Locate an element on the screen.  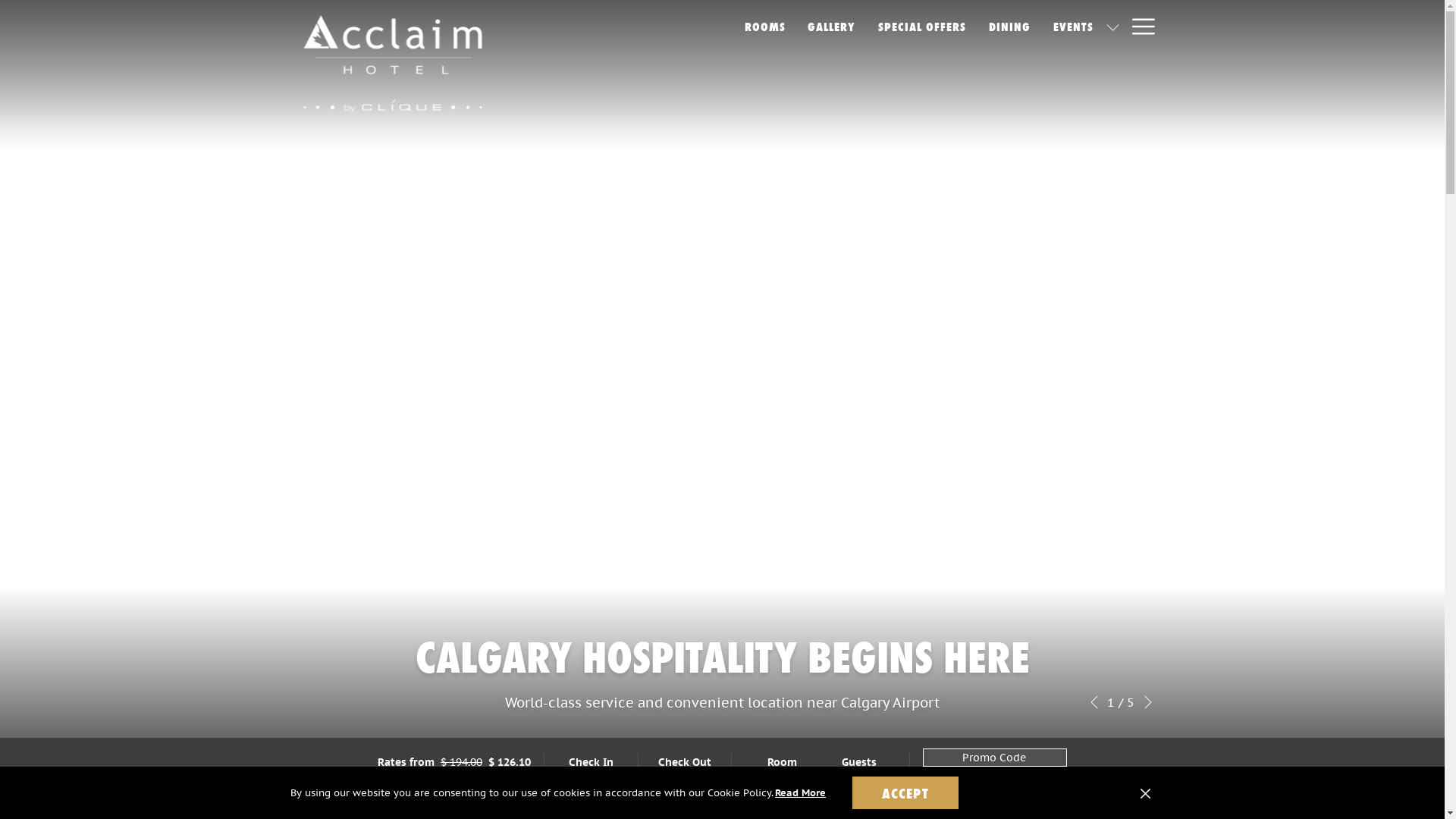
'GALLERY' is located at coordinates (795, 26).